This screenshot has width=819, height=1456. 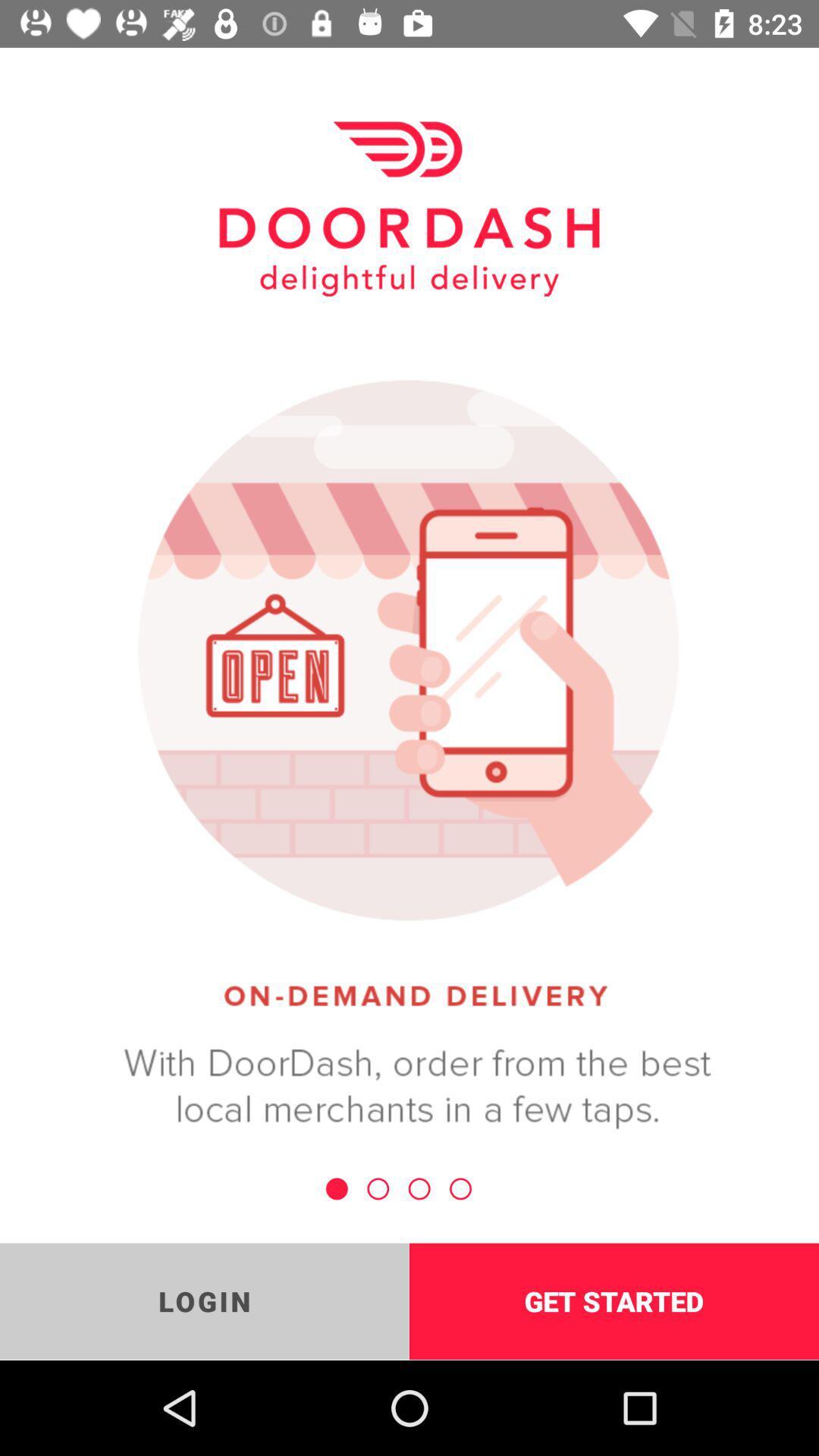 I want to click on item to the left of get started item, so click(x=205, y=1301).